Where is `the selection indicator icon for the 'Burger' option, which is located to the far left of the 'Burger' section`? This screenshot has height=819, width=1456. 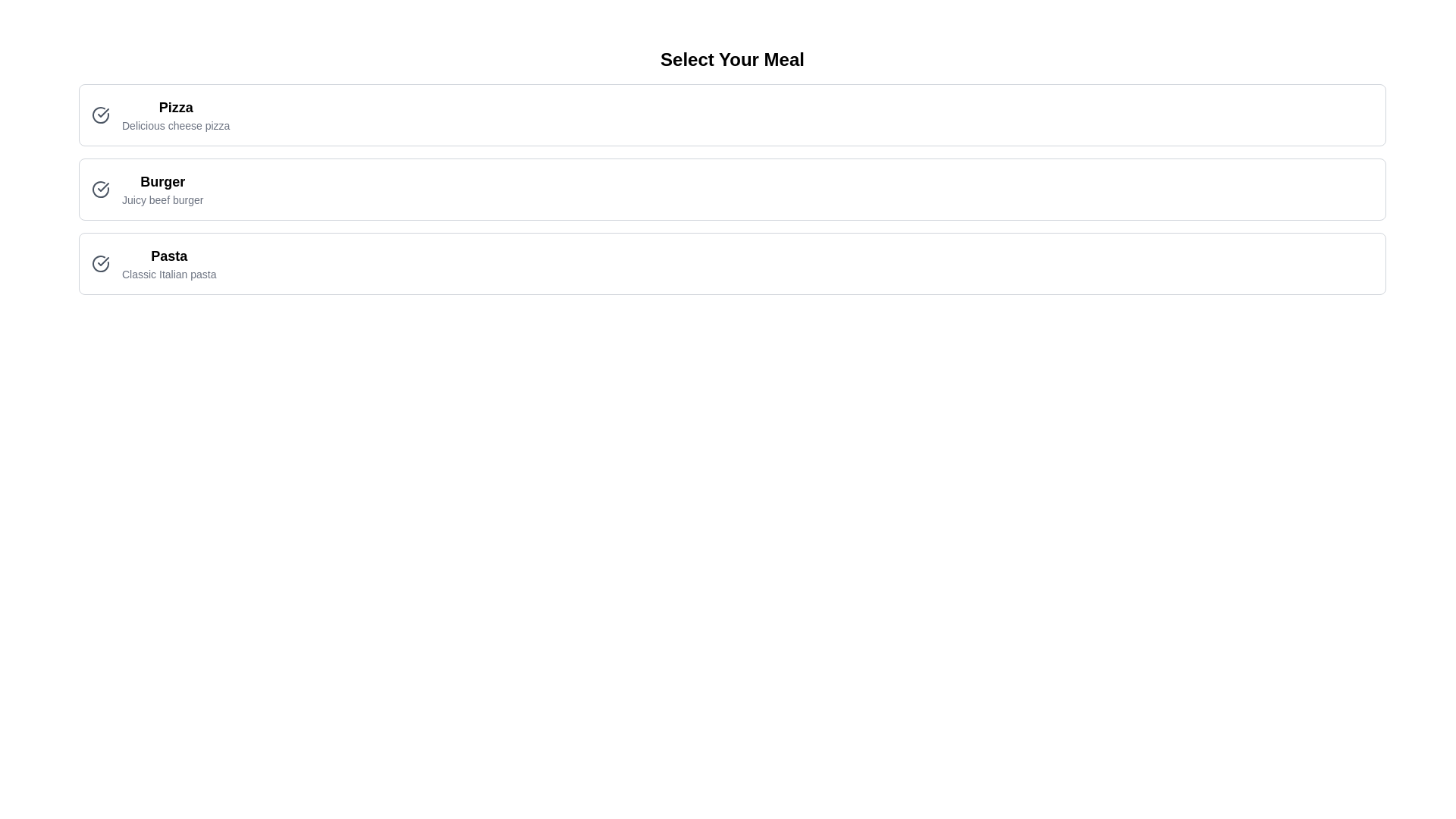
the selection indicator icon for the 'Burger' option, which is located to the far left of the 'Burger' section is located at coordinates (100, 189).